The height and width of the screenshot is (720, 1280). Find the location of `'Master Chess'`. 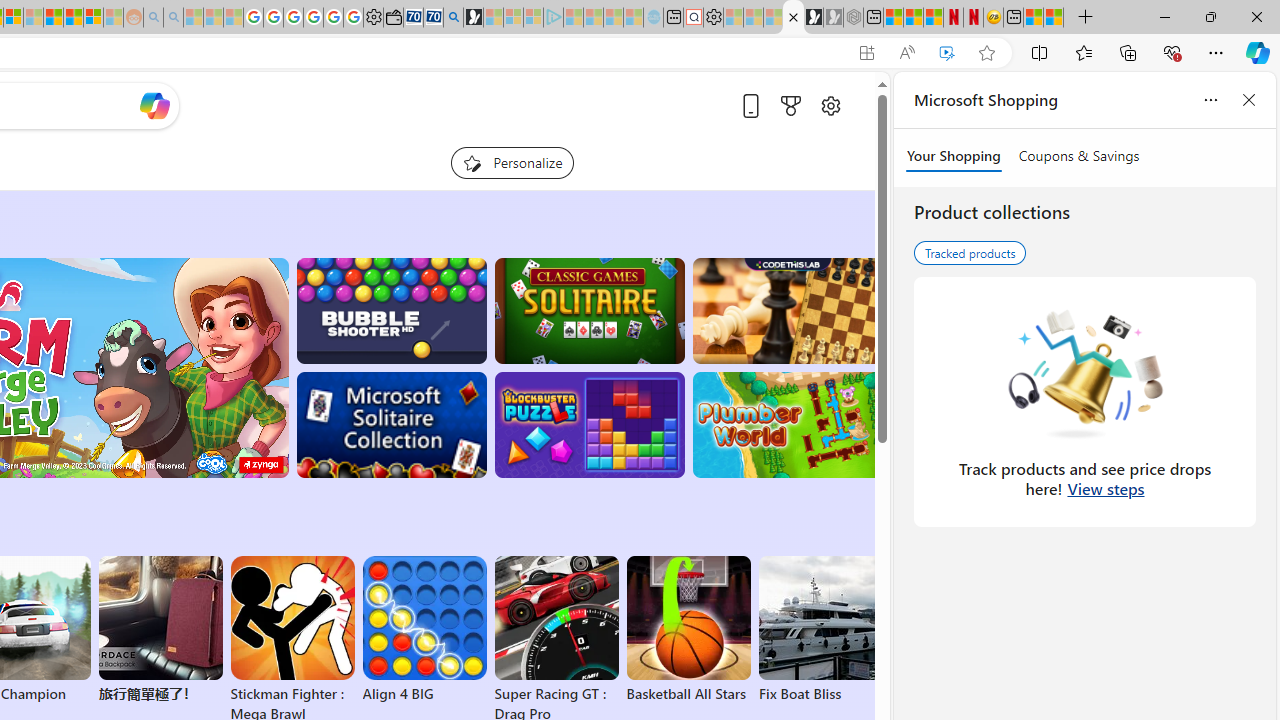

'Master Chess' is located at coordinates (786, 311).